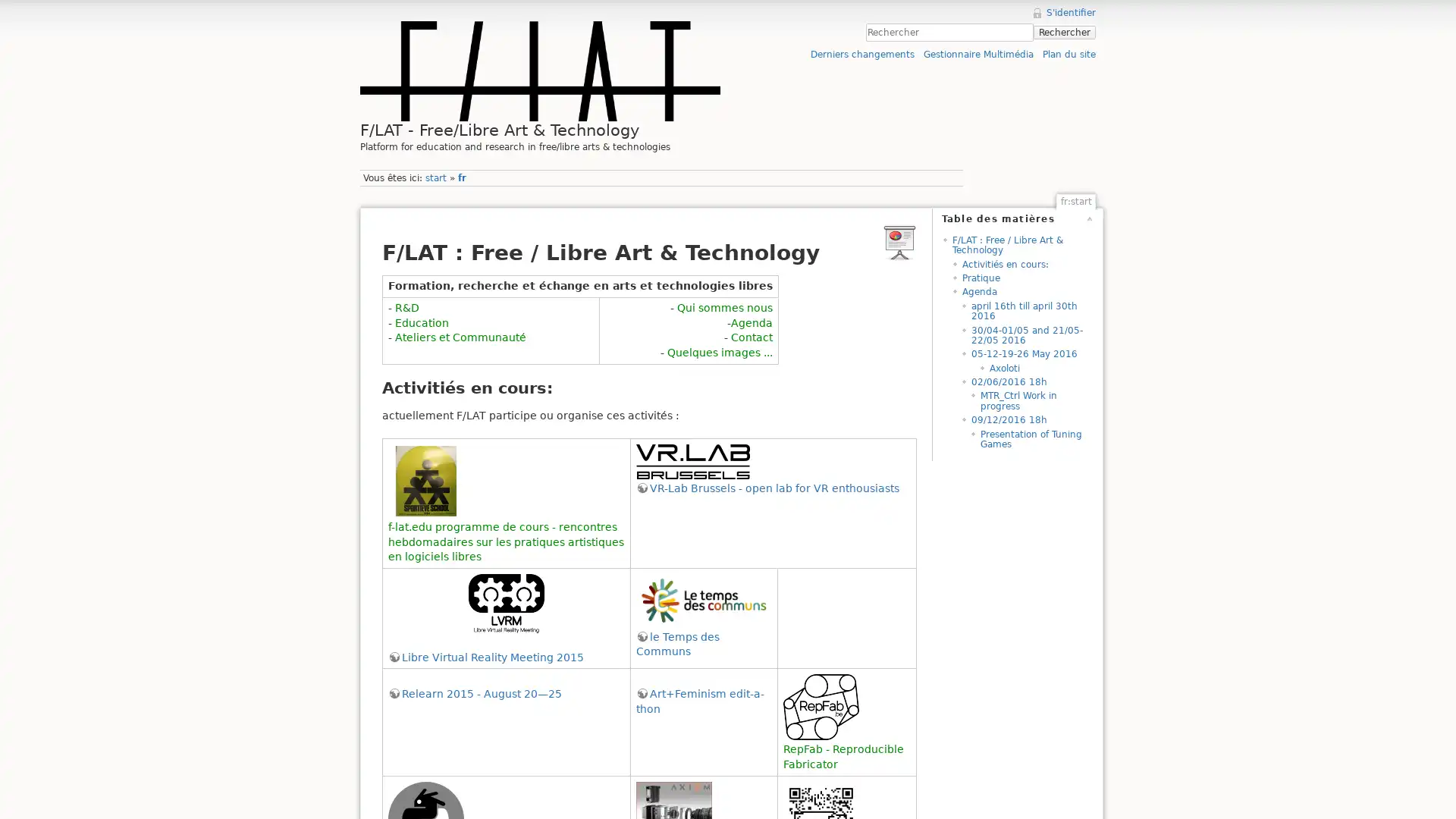  I want to click on Rechercher, so click(1063, 32).